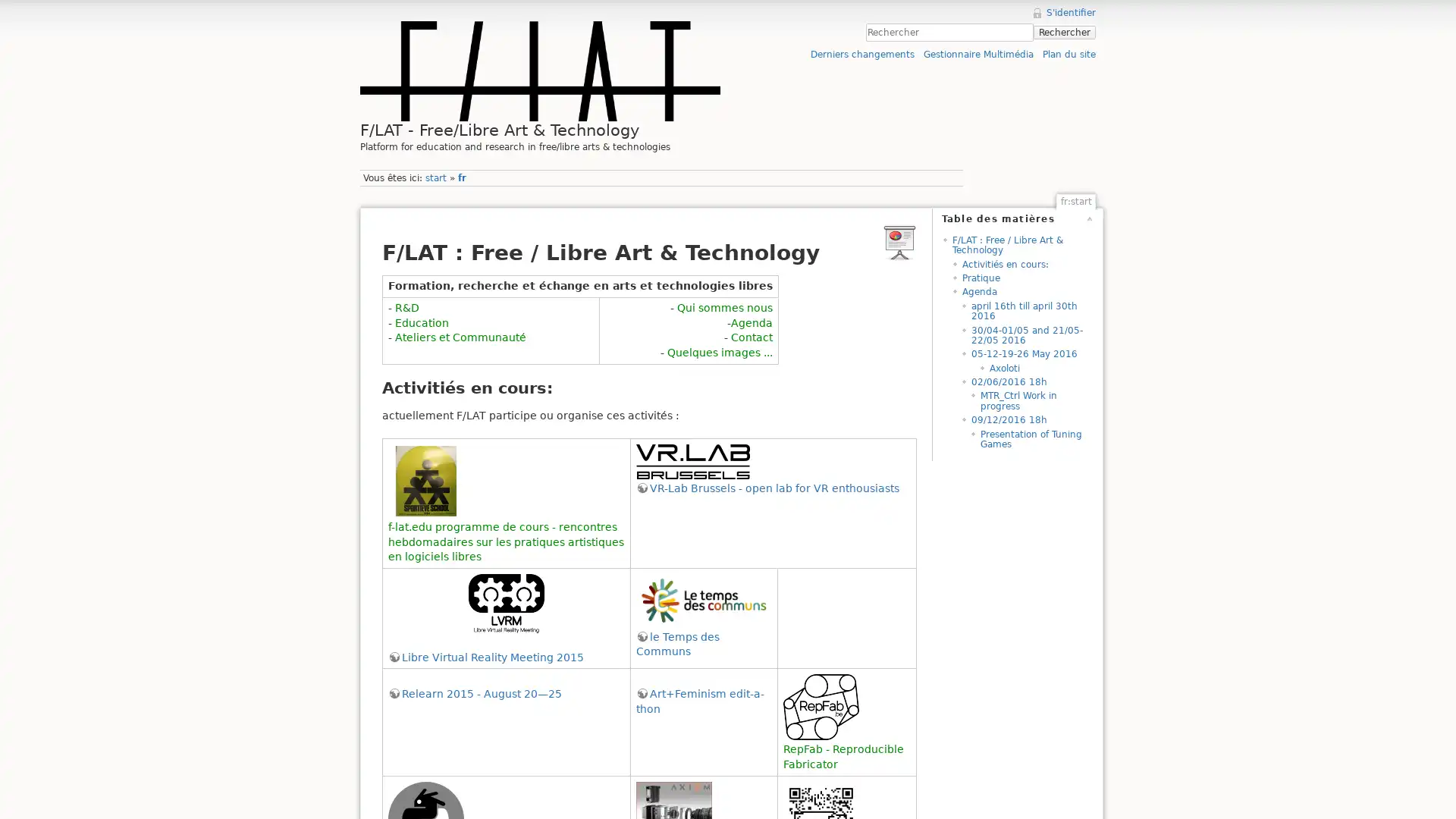  I want to click on Rechercher, so click(1063, 32).